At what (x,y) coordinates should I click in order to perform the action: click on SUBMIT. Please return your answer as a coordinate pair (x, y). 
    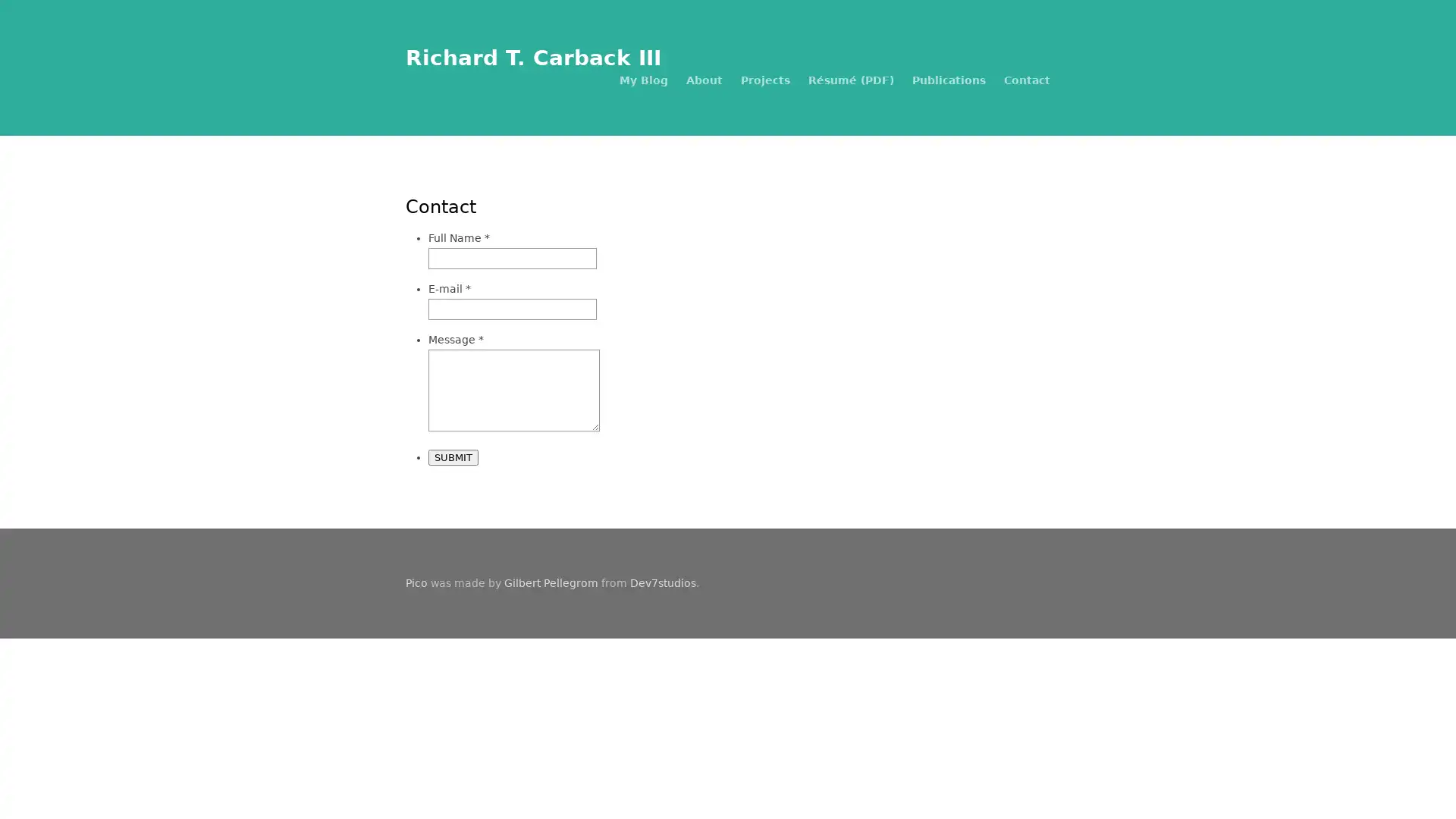
    Looking at the image, I should click on (453, 457).